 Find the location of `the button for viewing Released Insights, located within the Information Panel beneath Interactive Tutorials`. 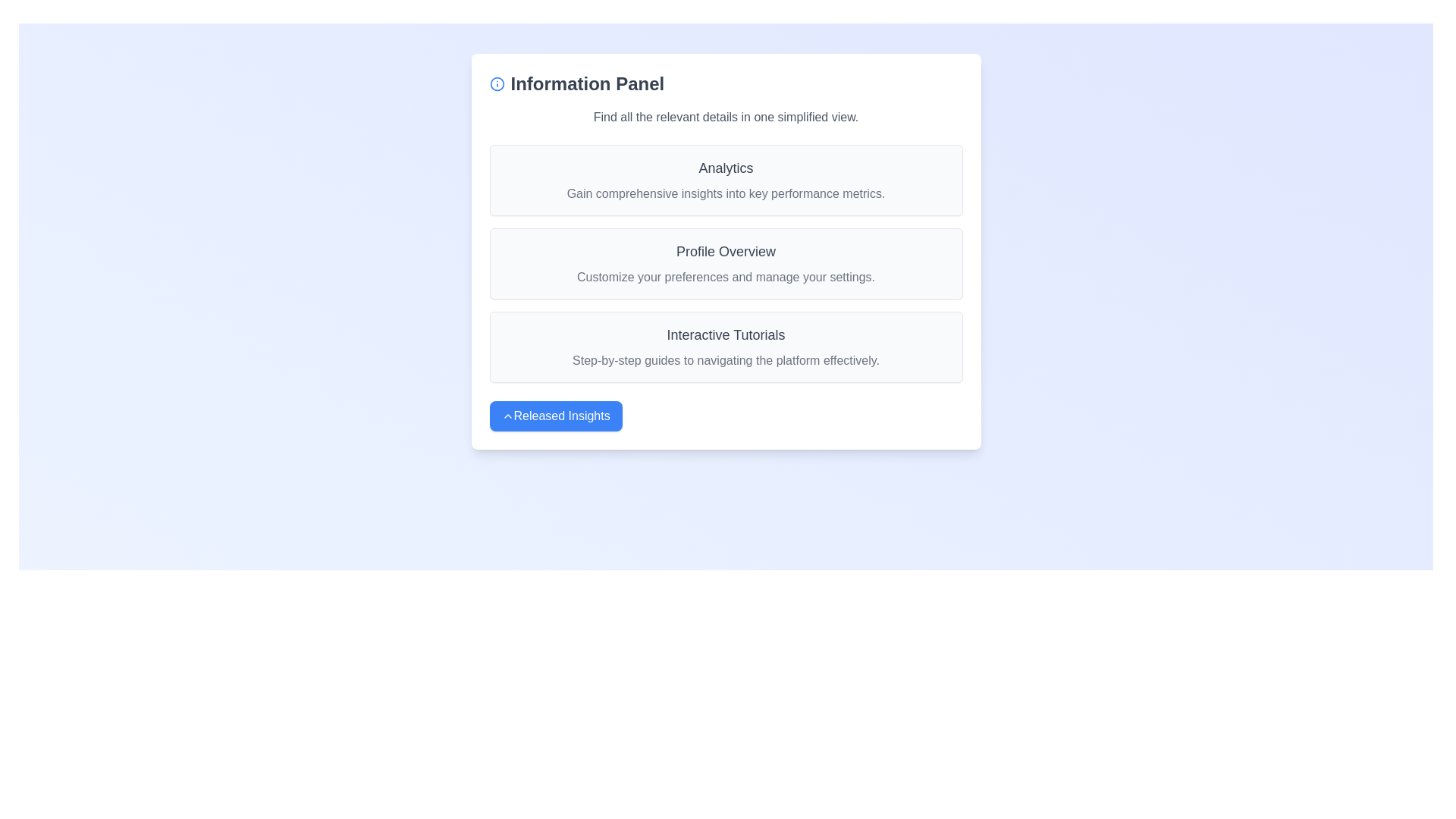

the button for viewing Released Insights, located within the Information Panel beneath Interactive Tutorials is located at coordinates (555, 416).